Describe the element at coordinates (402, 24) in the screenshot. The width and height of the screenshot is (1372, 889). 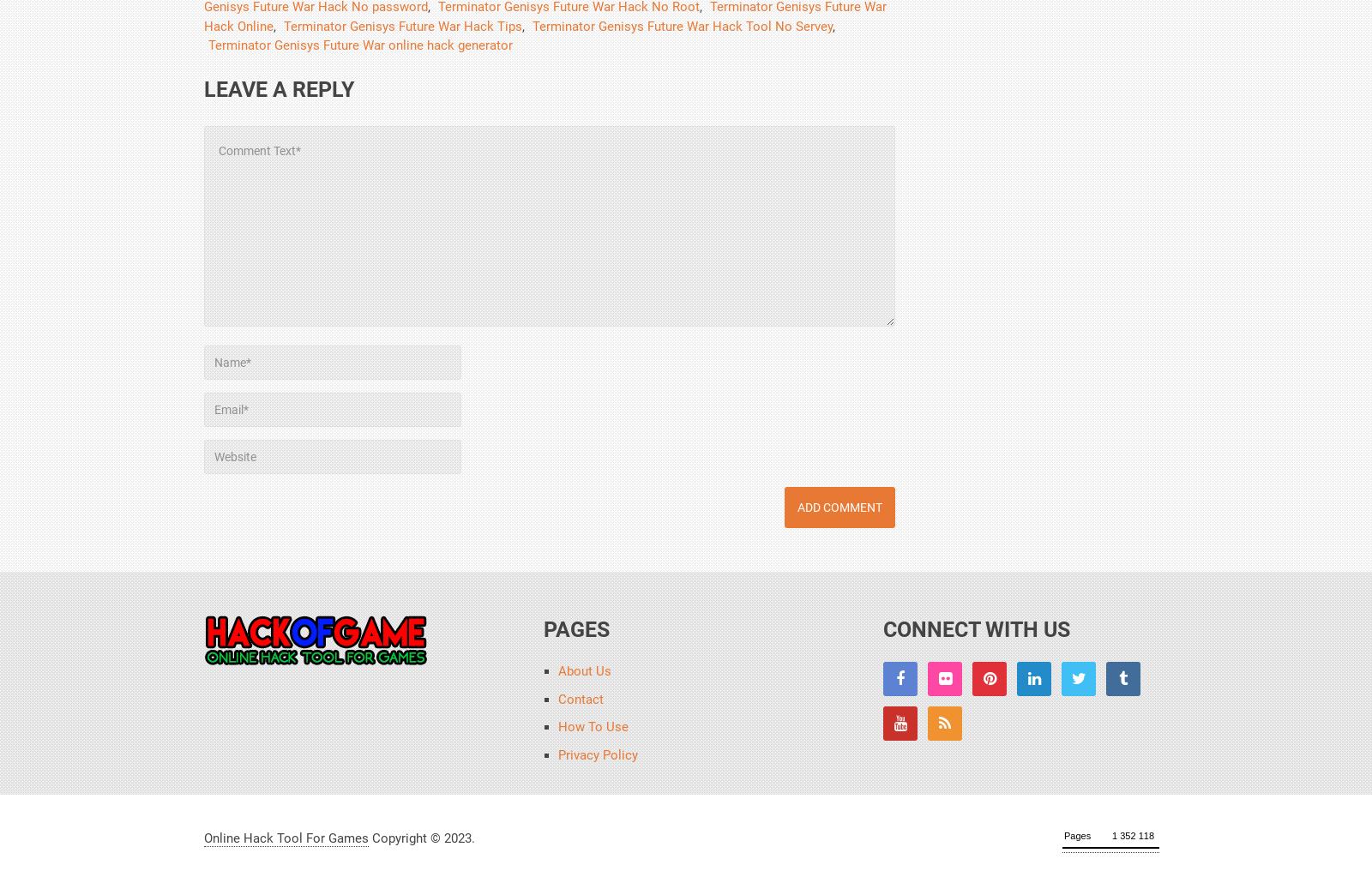
I see `'Terminator Genisys Future War Hack Tips'` at that location.